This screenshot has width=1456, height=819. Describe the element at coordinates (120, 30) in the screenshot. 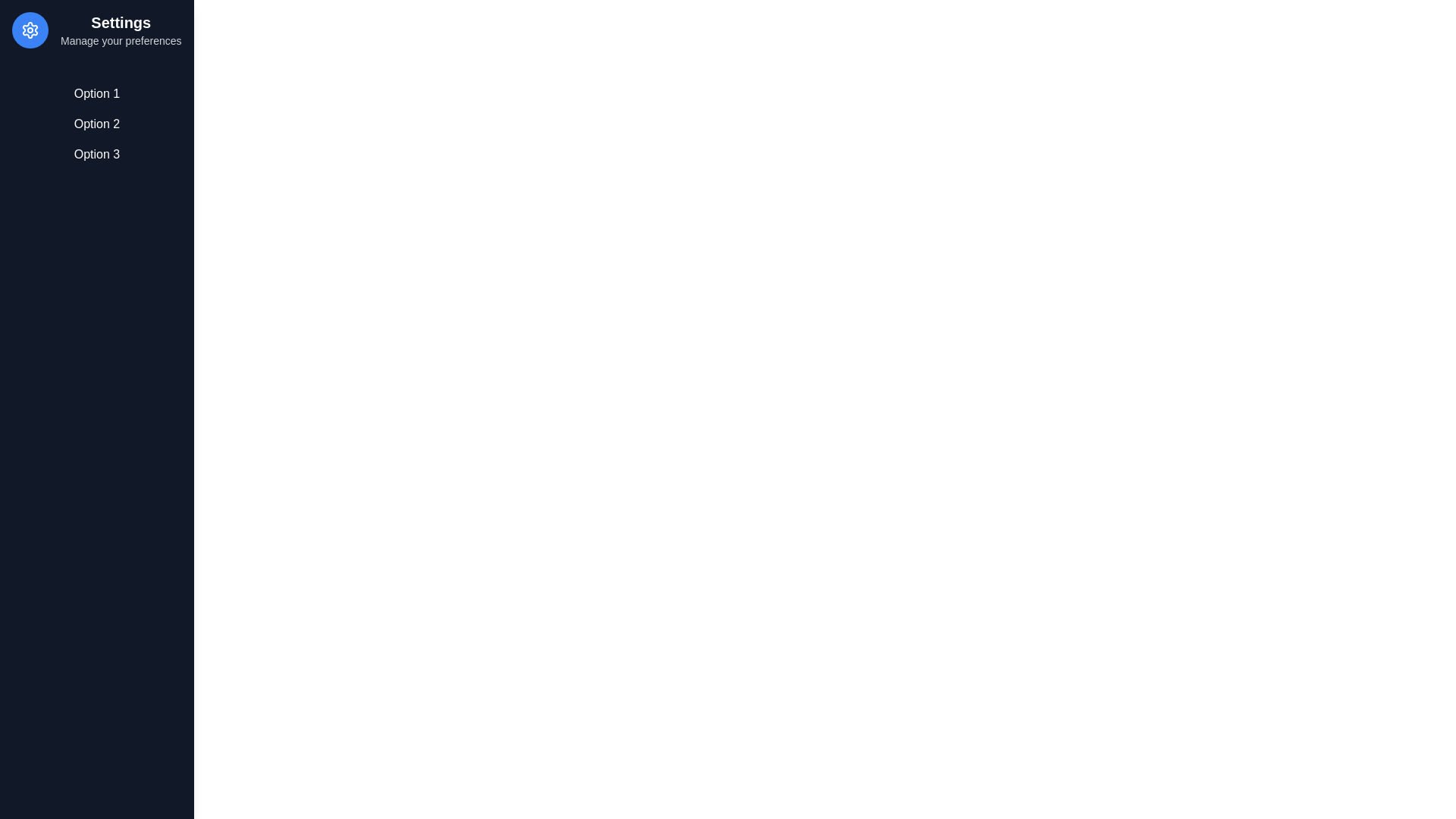

I see `'Settings' header text located in the upper part of a dark sidebar, which is the first text element next to a gear icon` at that location.